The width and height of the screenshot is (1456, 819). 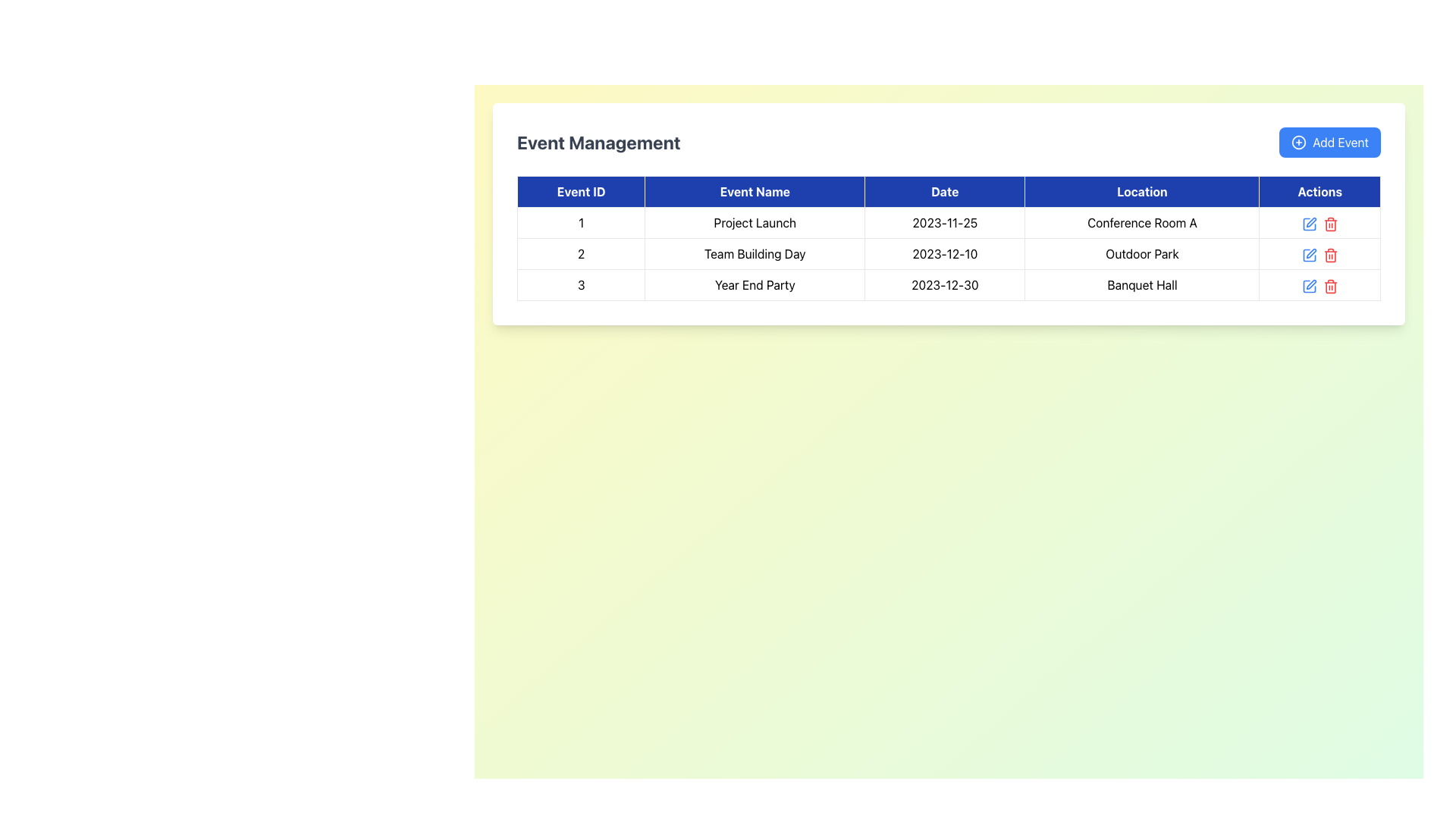 I want to click on the pen icon button located in the 'Actions' column of the second row labeled 'Team Building Day', so click(x=1308, y=254).